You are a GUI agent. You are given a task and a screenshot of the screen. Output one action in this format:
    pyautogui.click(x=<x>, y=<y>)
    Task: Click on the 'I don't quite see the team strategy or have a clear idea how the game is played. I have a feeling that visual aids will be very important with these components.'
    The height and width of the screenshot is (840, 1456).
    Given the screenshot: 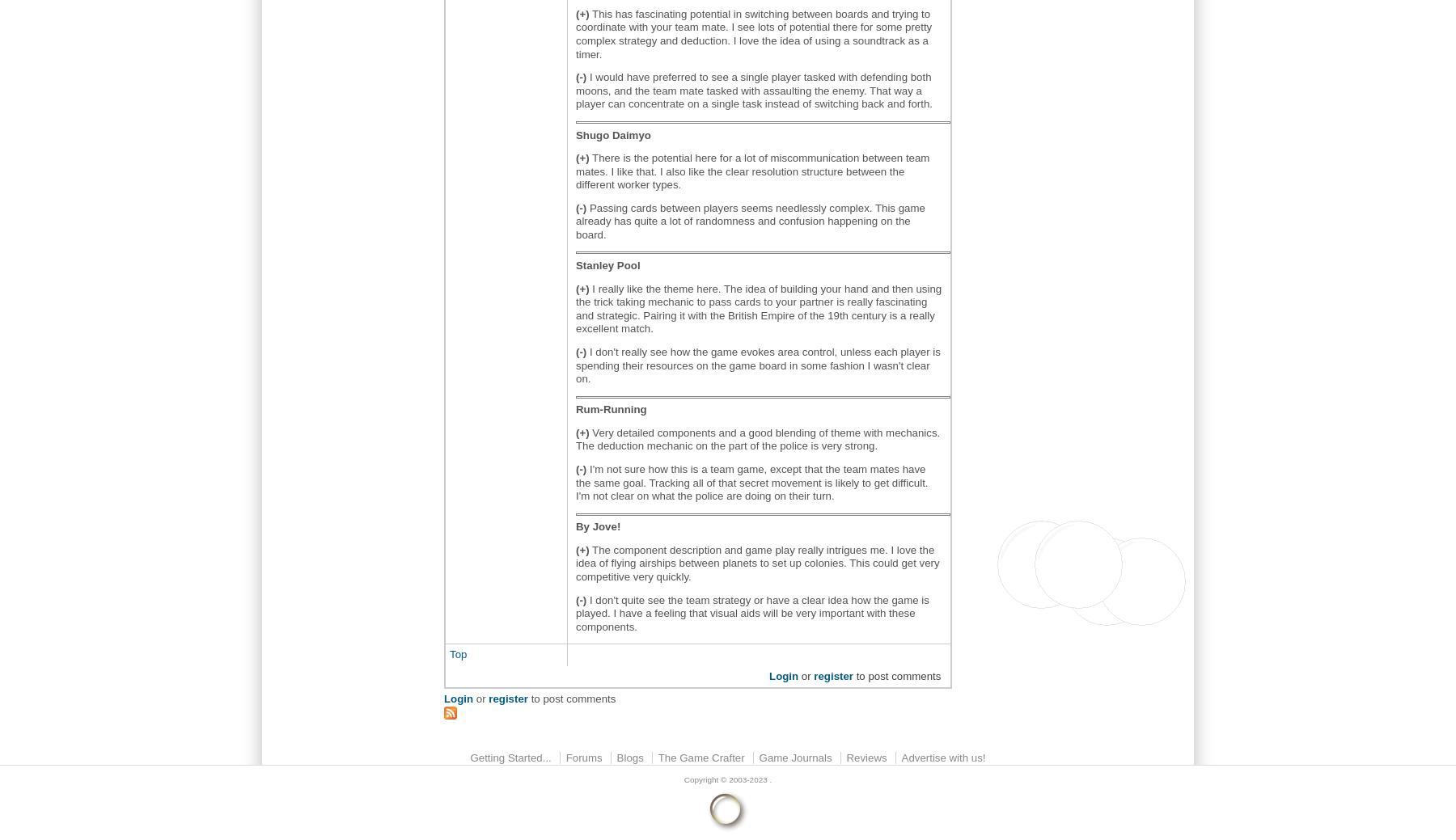 What is the action you would take?
    pyautogui.click(x=751, y=611)
    